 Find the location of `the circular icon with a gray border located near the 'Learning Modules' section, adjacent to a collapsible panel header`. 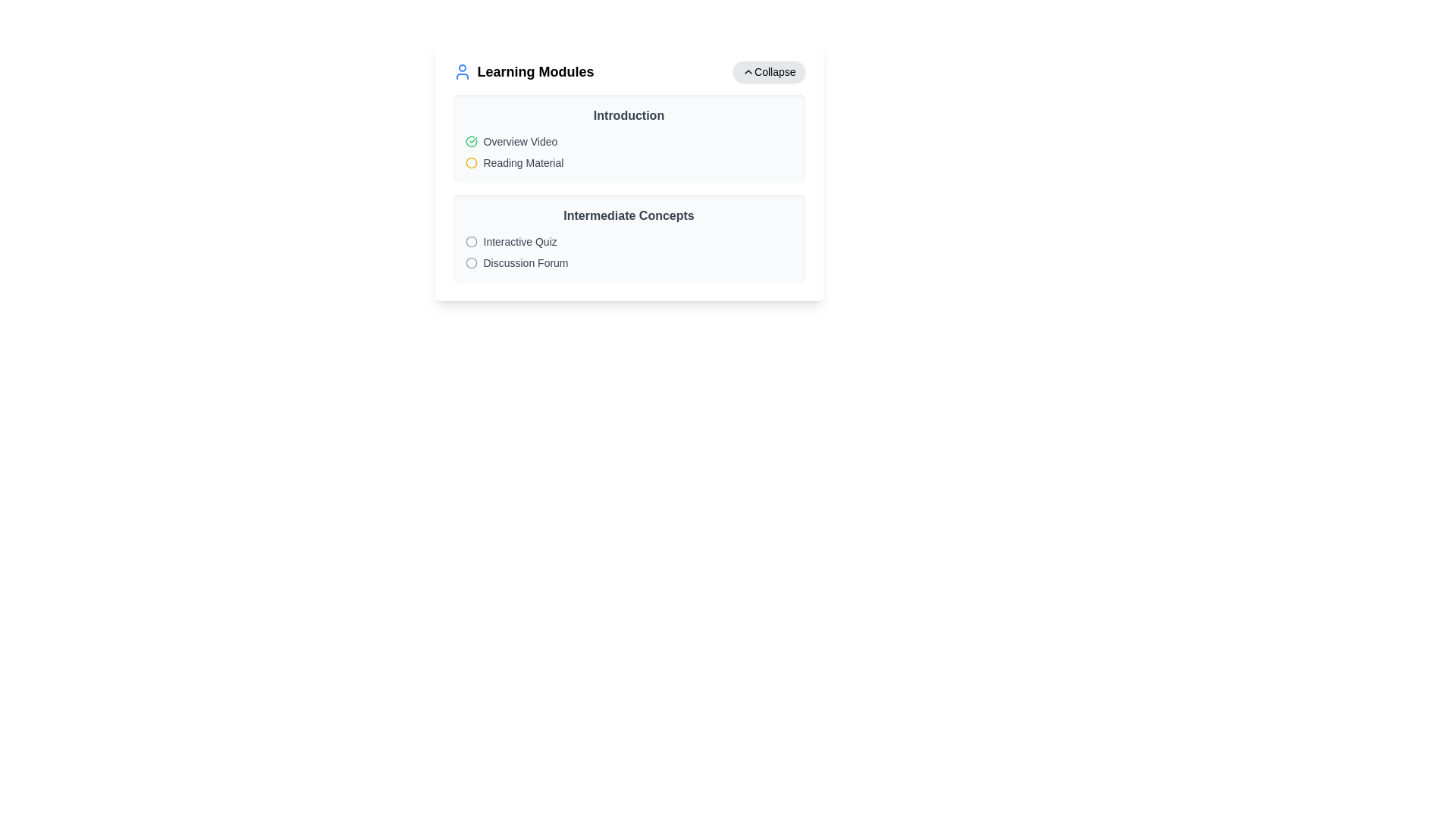

the circular icon with a gray border located near the 'Learning Modules' section, adjacent to a collapsible panel header is located at coordinates (470, 241).